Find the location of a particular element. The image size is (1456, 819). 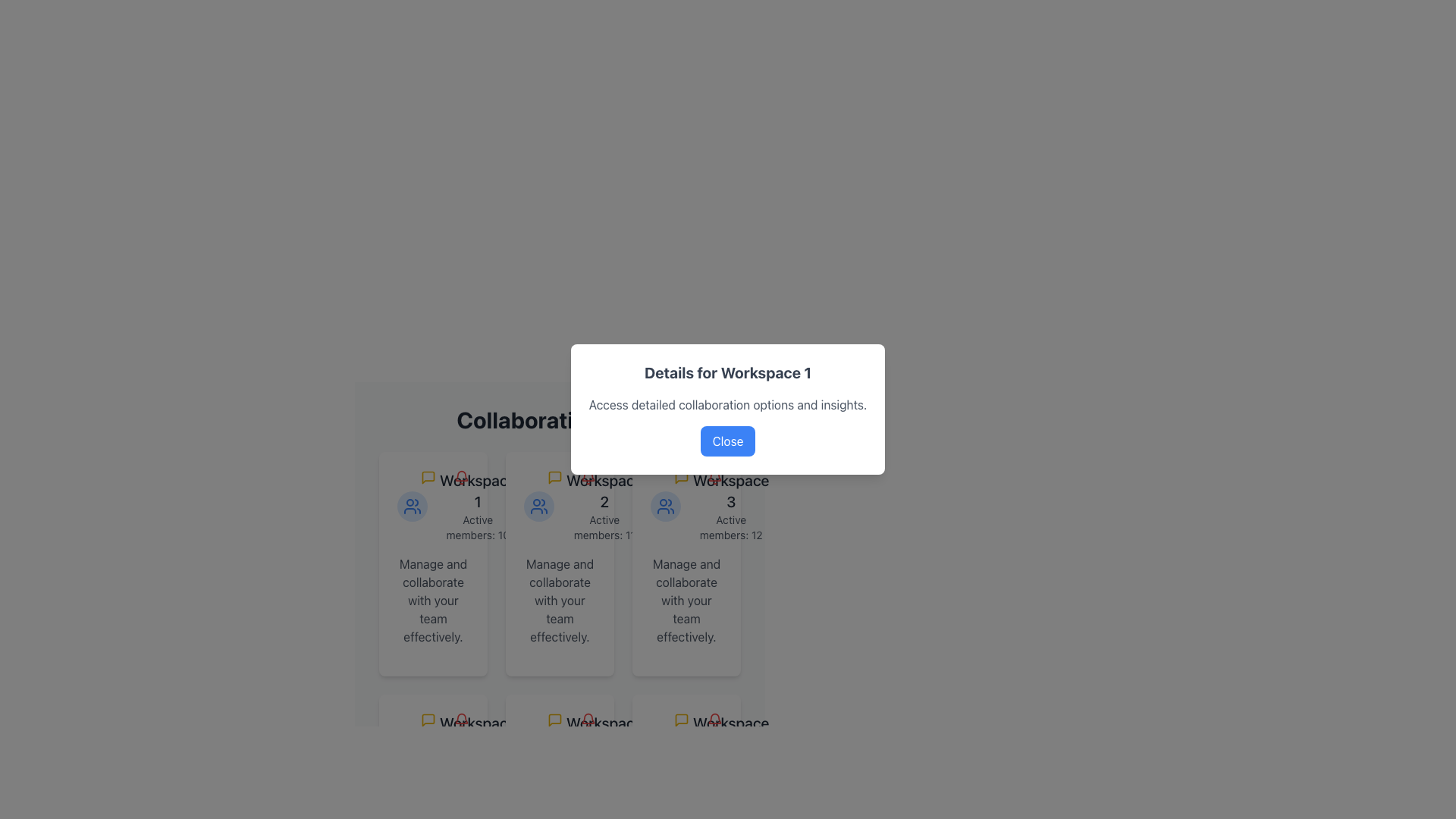

the 'Workspace 2' overview card, which is the second card in the grid layout, providing details and access to functionalities for managing and collaborating within that workspace is located at coordinates (559, 564).